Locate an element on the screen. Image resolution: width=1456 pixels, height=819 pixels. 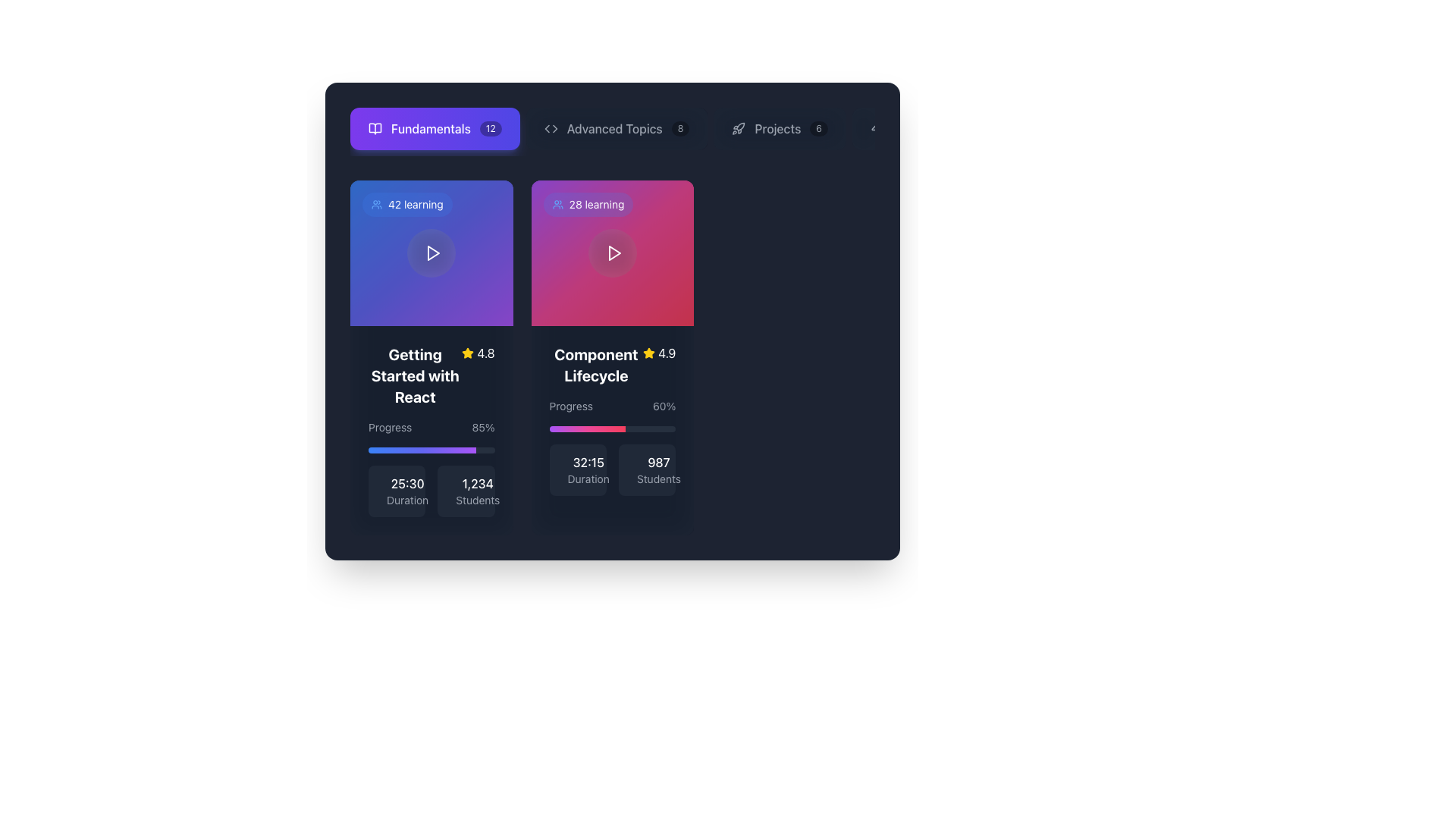
the badge indicator next to 'Advanced Topics', which displays a count or status related to that category is located at coordinates (679, 127).